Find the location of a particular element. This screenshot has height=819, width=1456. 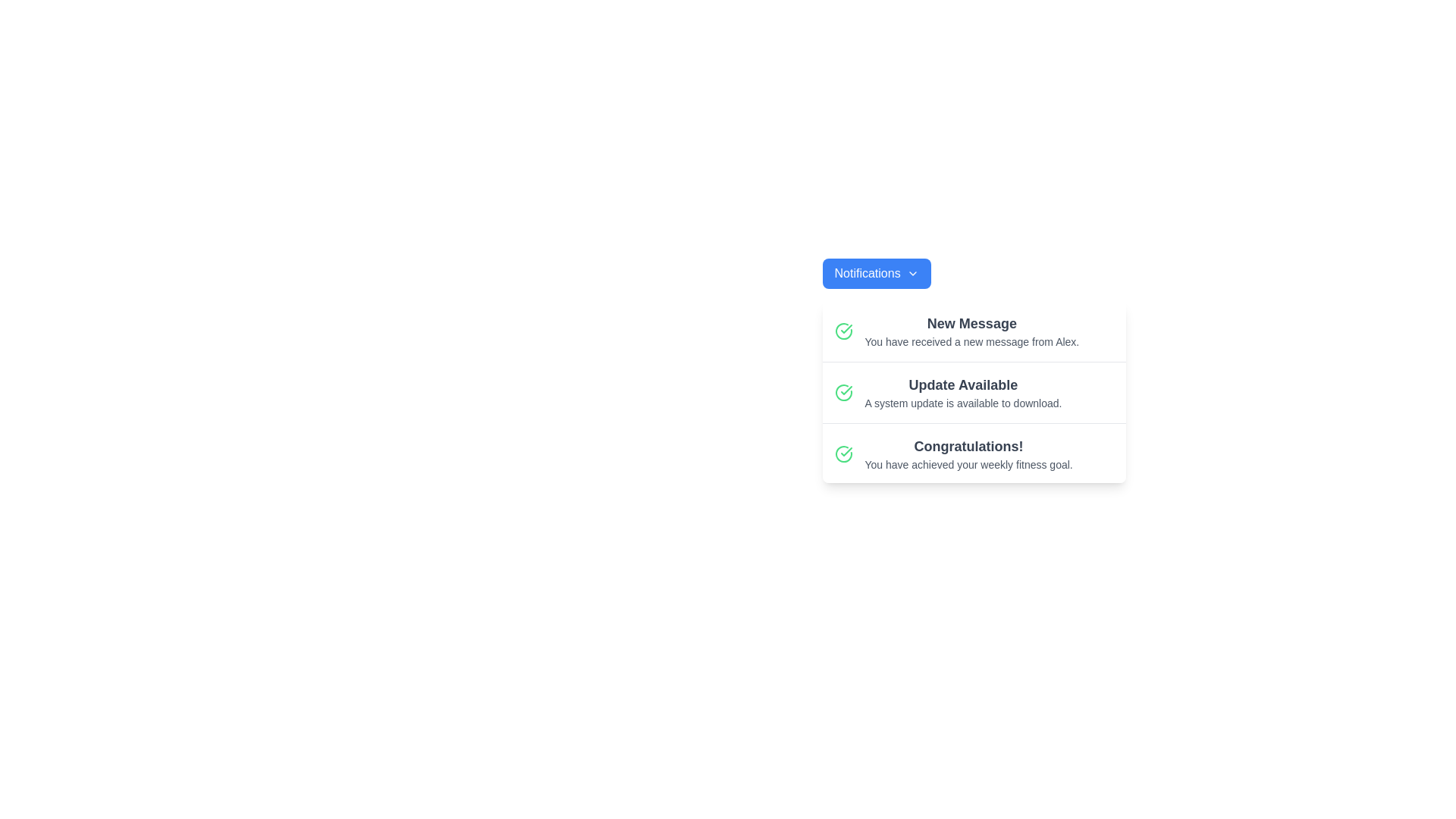

notification details of the first item in the notifications list, which includes a green check icon and the title 'New Message' with additional text 'You have received a new message from Alex.' is located at coordinates (974, 331).